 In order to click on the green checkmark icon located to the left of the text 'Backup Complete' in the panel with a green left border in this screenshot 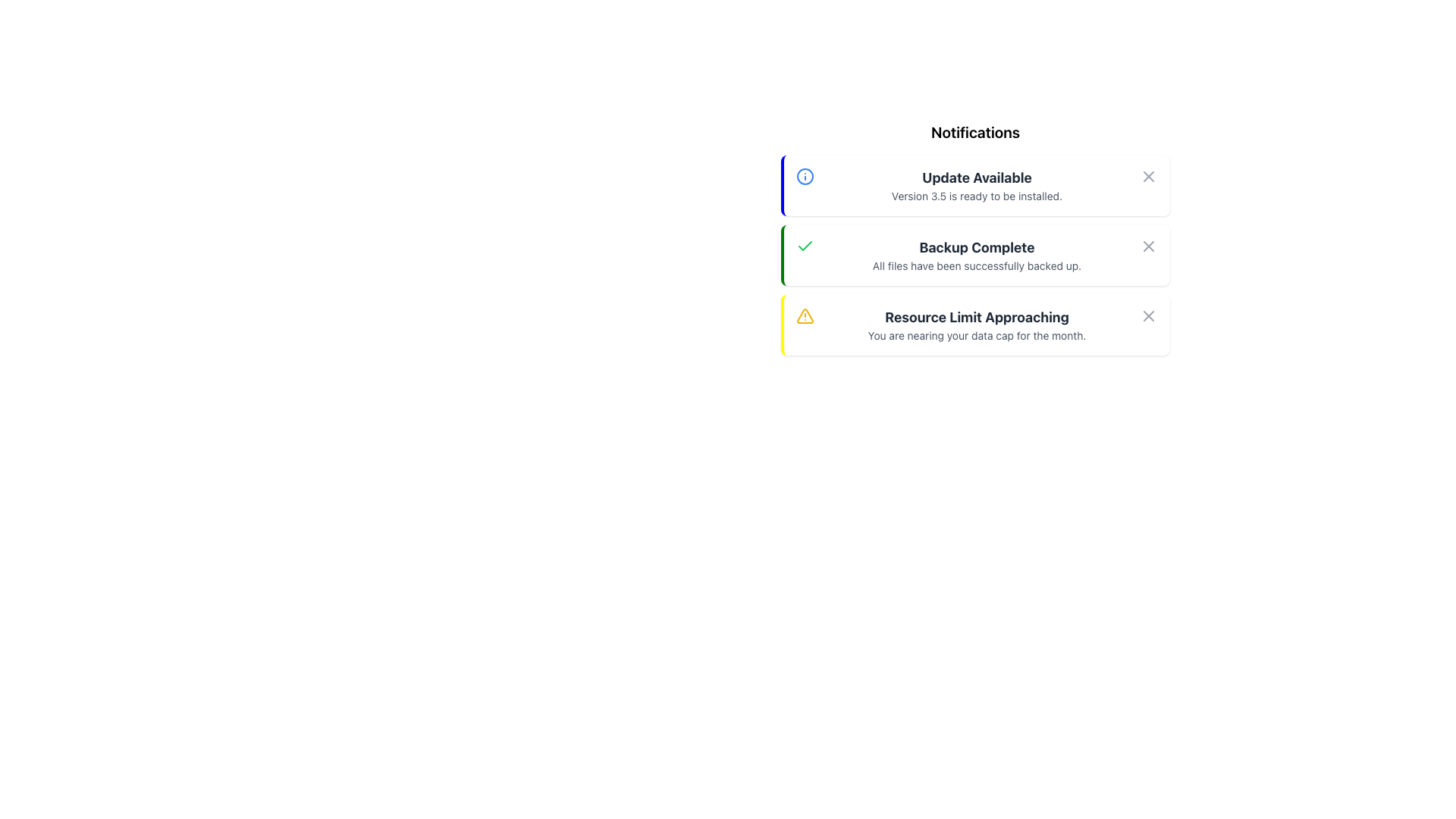, I will do `click(804, 245)`.